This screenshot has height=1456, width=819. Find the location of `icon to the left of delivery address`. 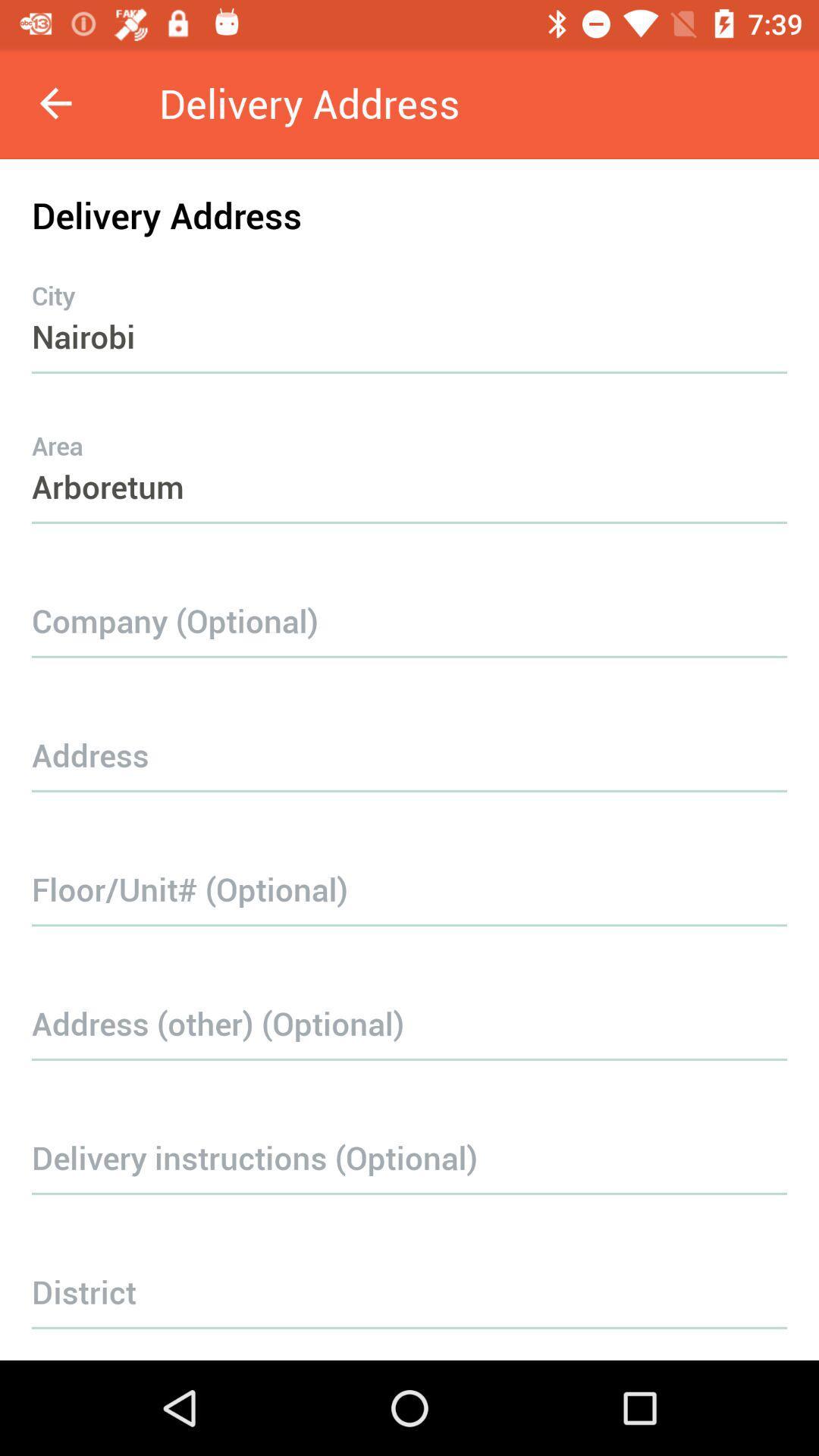

icon to the left of delivery address is located at coordinates (55, 102).